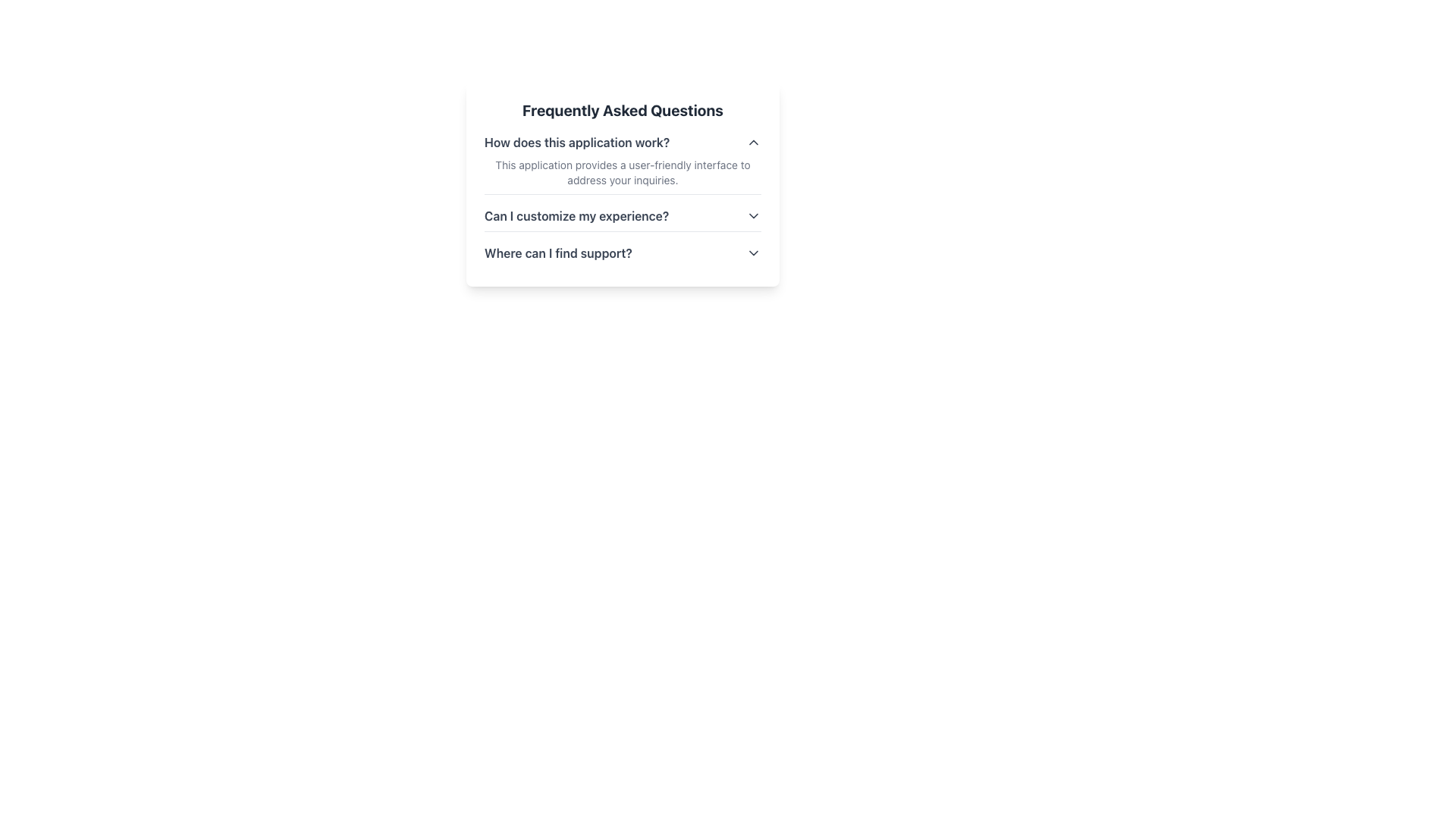  What do you see at coordinates (576, 216) in the screenshot?
I see `the text label that says 'Can I customize my experience?'` at bounding box center [576, 216].